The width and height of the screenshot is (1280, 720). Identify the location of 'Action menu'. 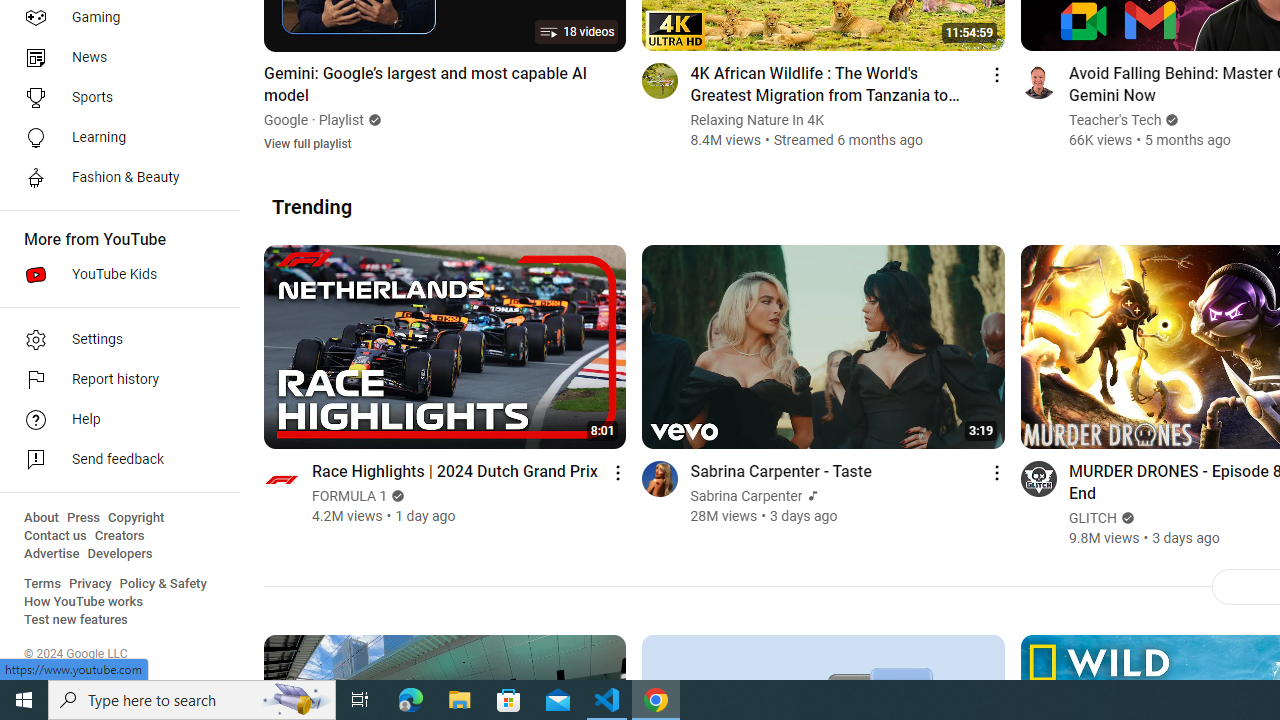
(996, 472).